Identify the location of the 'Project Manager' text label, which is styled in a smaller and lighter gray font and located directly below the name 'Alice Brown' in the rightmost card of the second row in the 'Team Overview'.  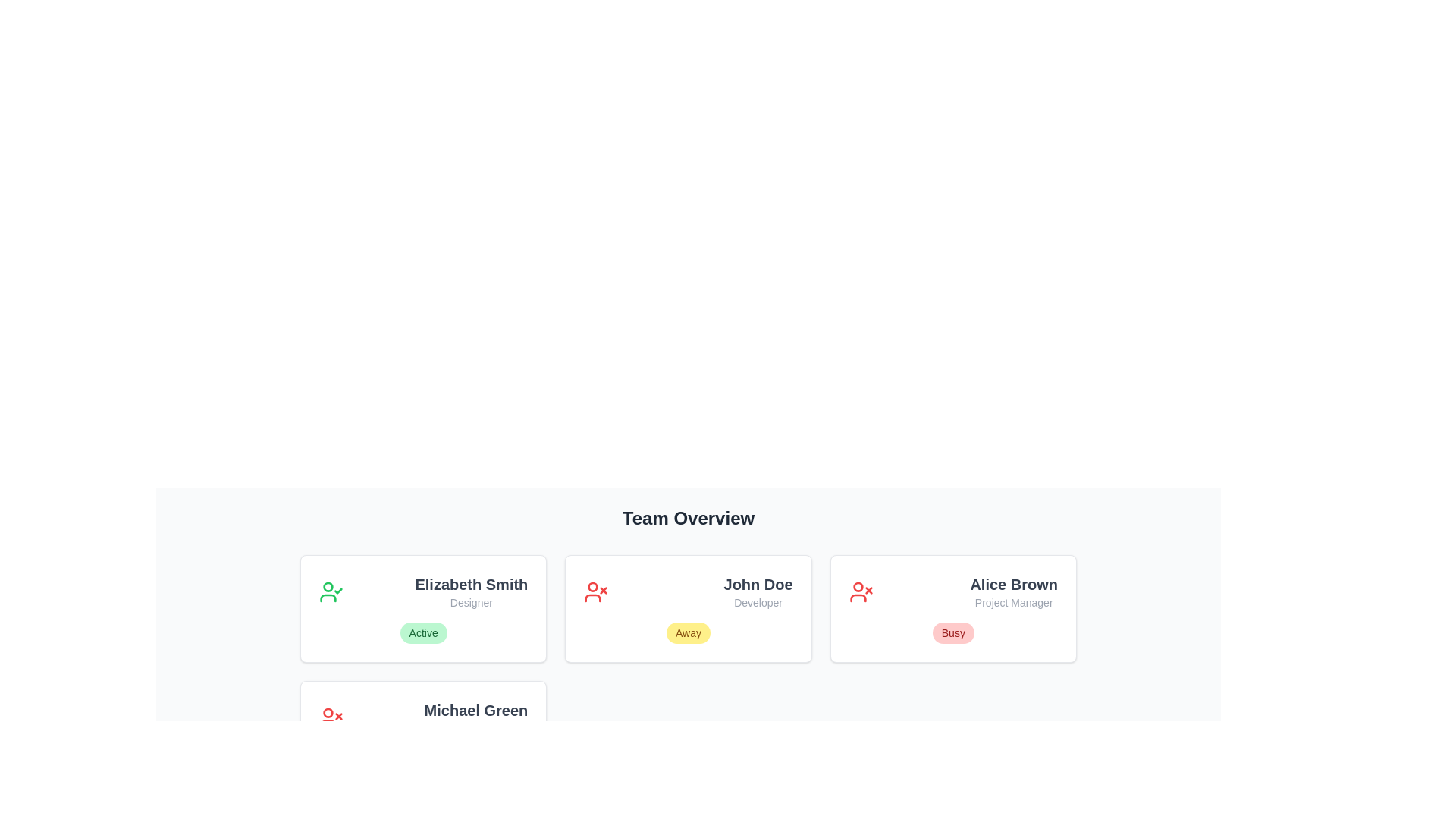
(1014, 601).